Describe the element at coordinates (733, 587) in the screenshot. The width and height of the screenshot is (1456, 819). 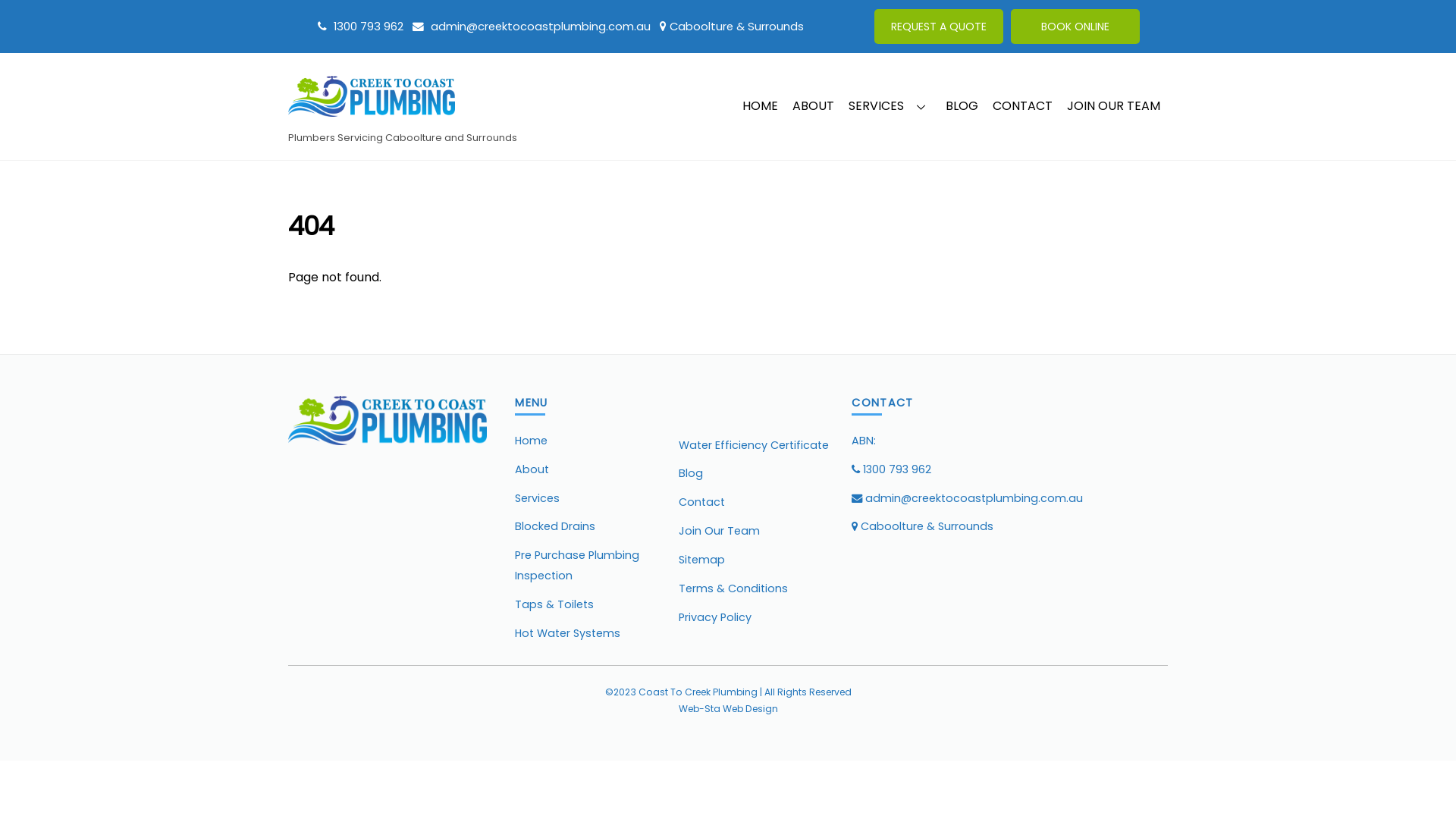
I see `'Terms & Conditions'` at that location.